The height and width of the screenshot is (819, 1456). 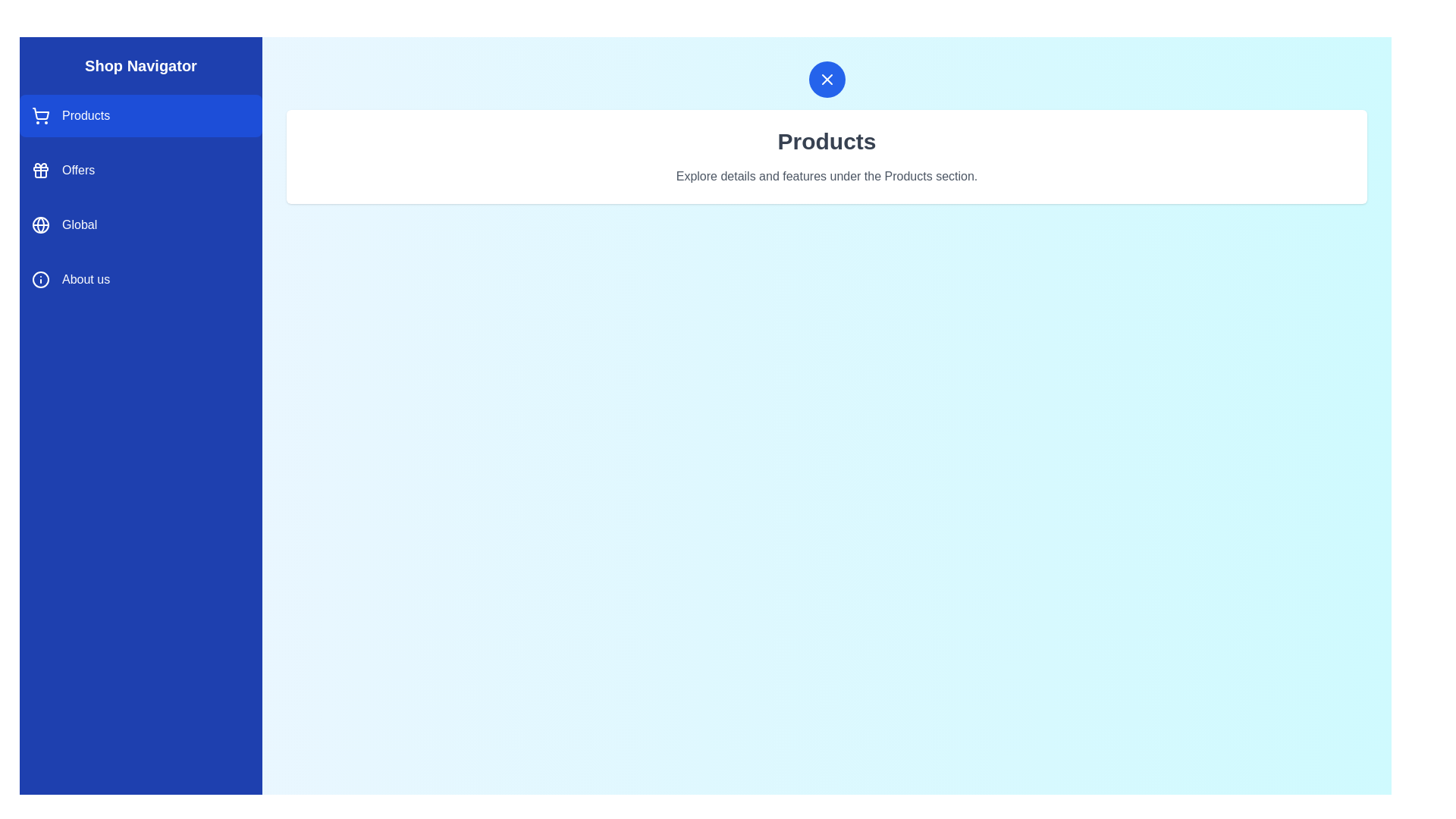 I want to click on the drawer item corresponding to the section Offers, so click(x=141, y=170).